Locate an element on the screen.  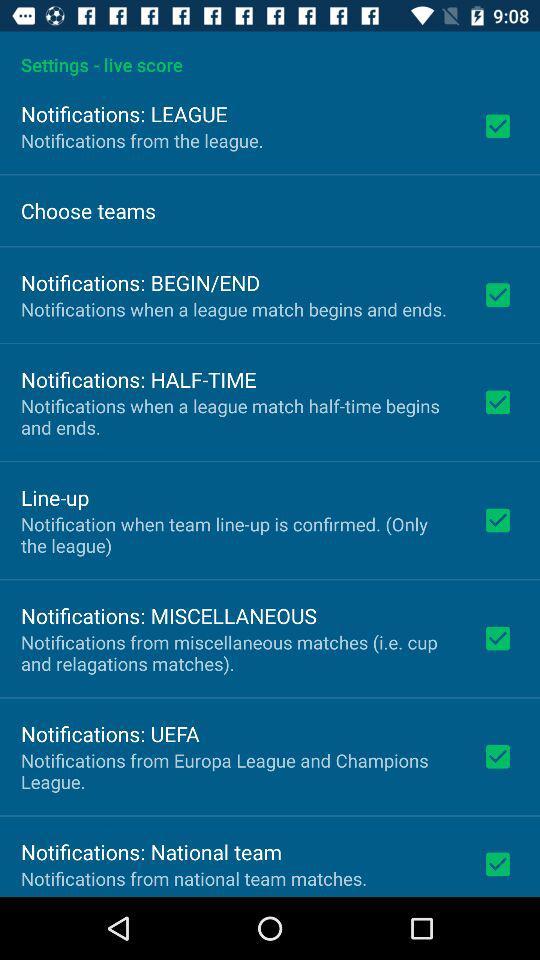
the notification when team app is located at coordinates (238, 533).